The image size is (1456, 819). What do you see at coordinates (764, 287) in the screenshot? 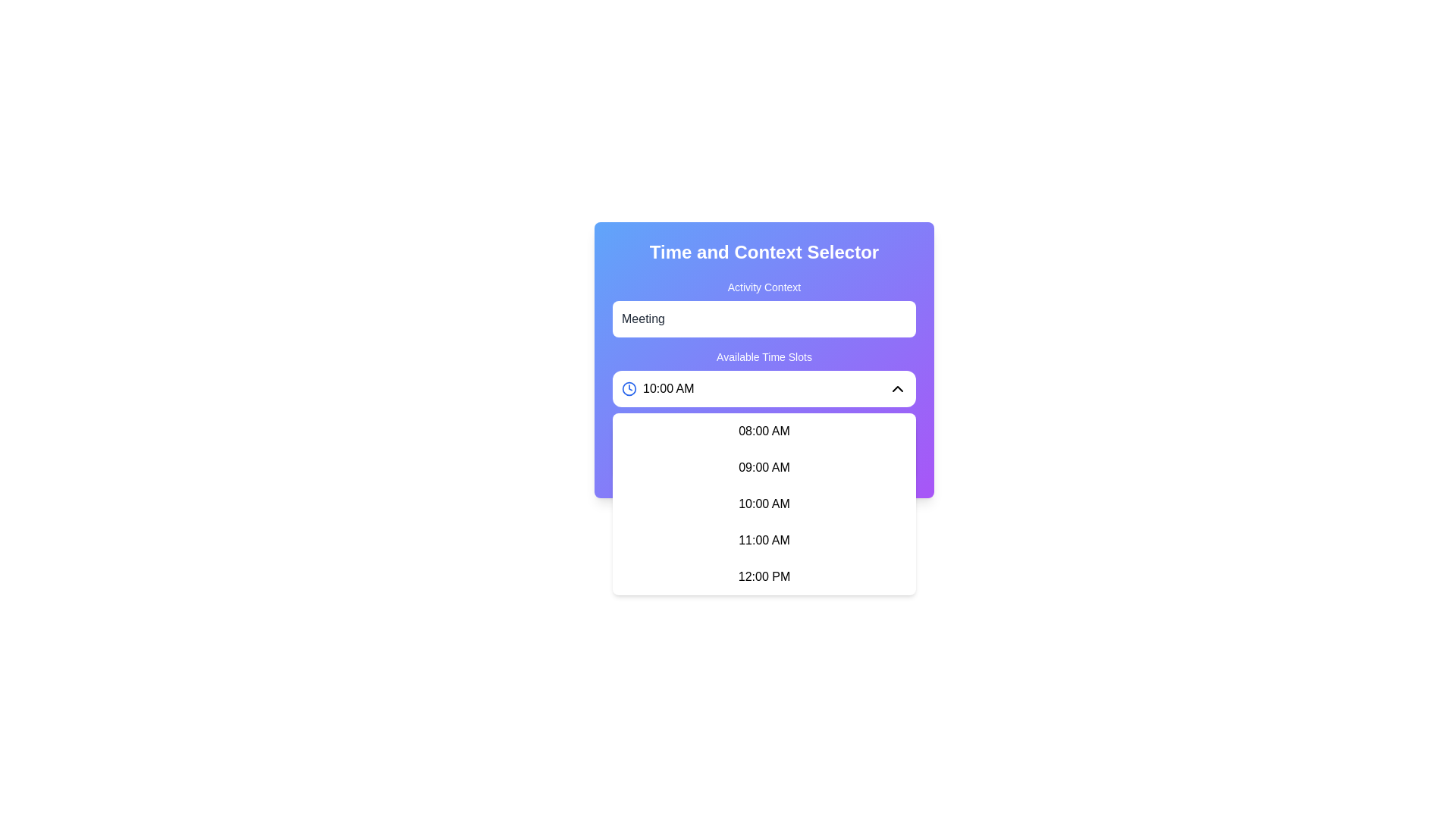
I see `the static text label that provides a title or description for the activity selection section, located directly under the 'Time and Context Selector' header` at bounding box center [764, 287].